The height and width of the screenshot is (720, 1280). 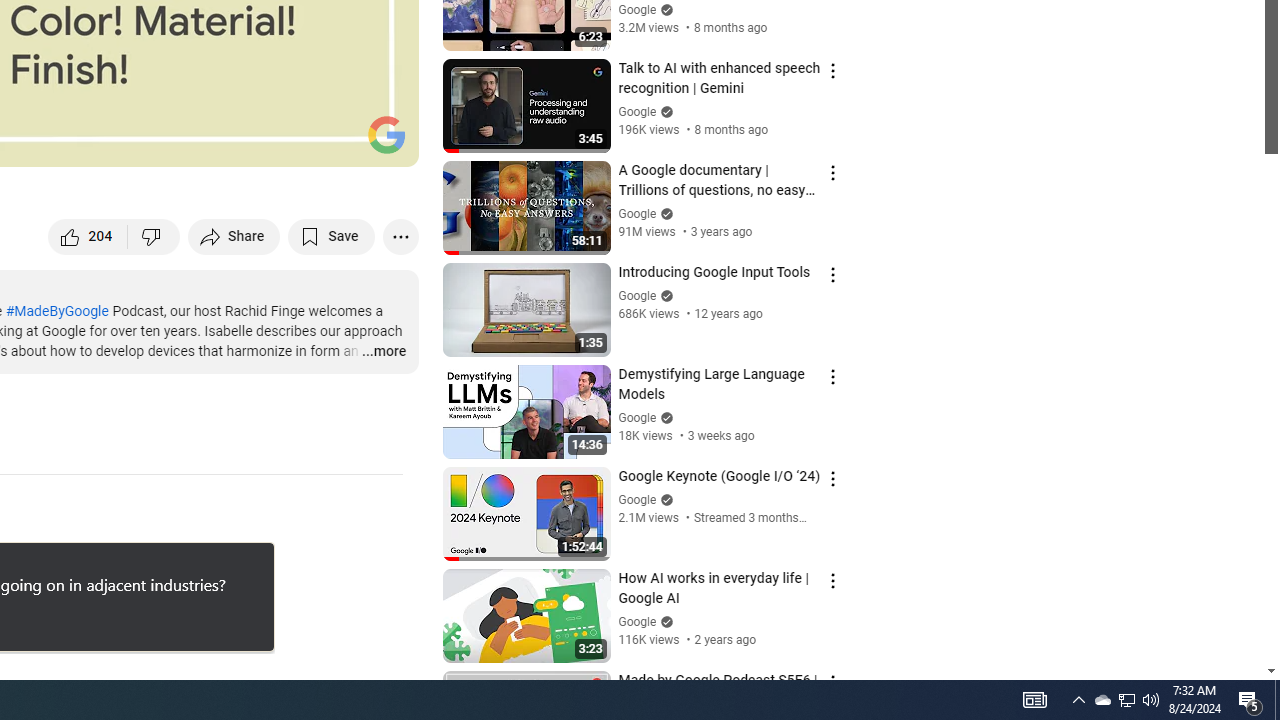 I want to click on 'Channel watermark', so click(x=386, y=135).